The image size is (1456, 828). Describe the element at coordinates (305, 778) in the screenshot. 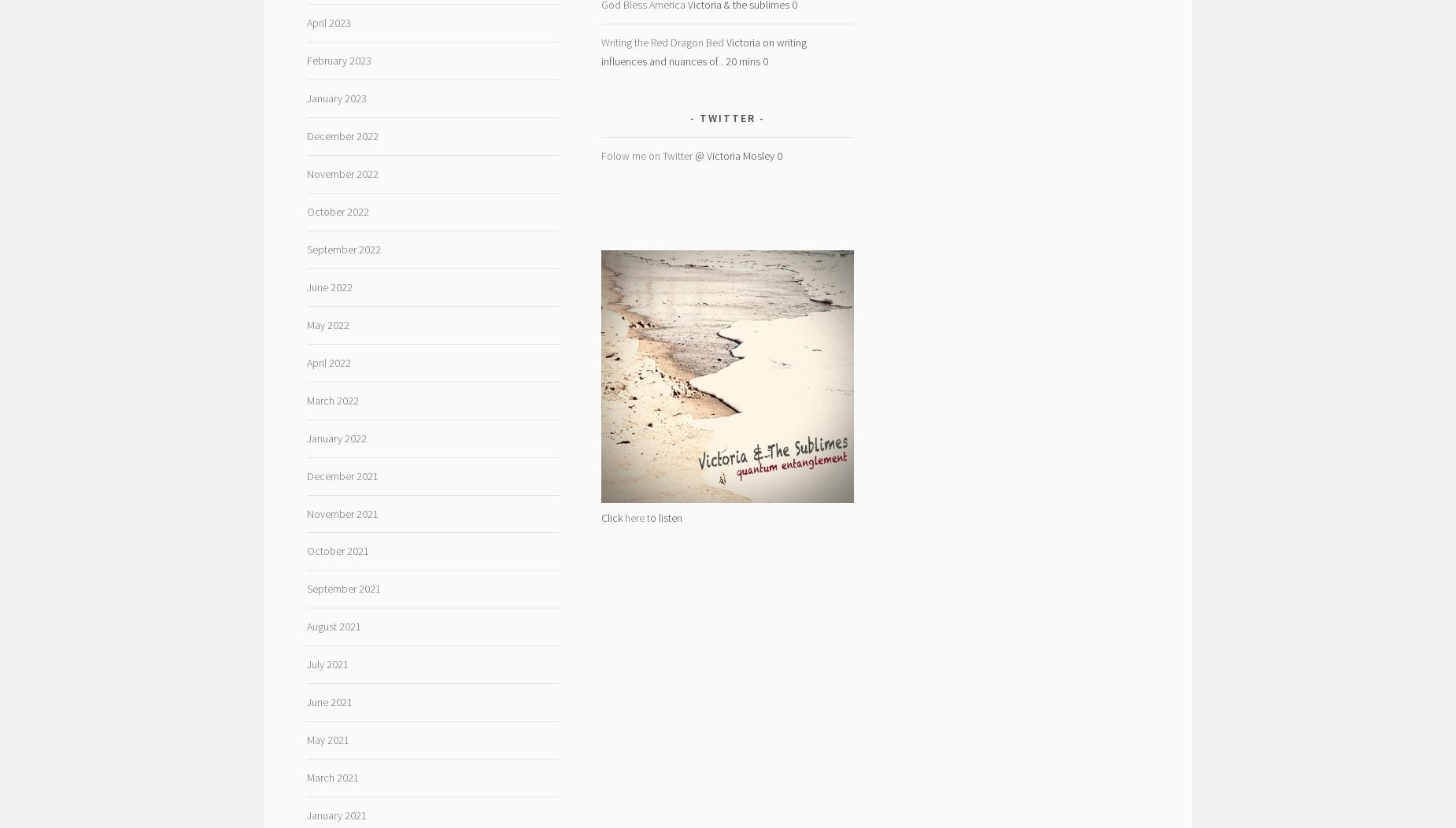

I see `'March 2021'` at that location.